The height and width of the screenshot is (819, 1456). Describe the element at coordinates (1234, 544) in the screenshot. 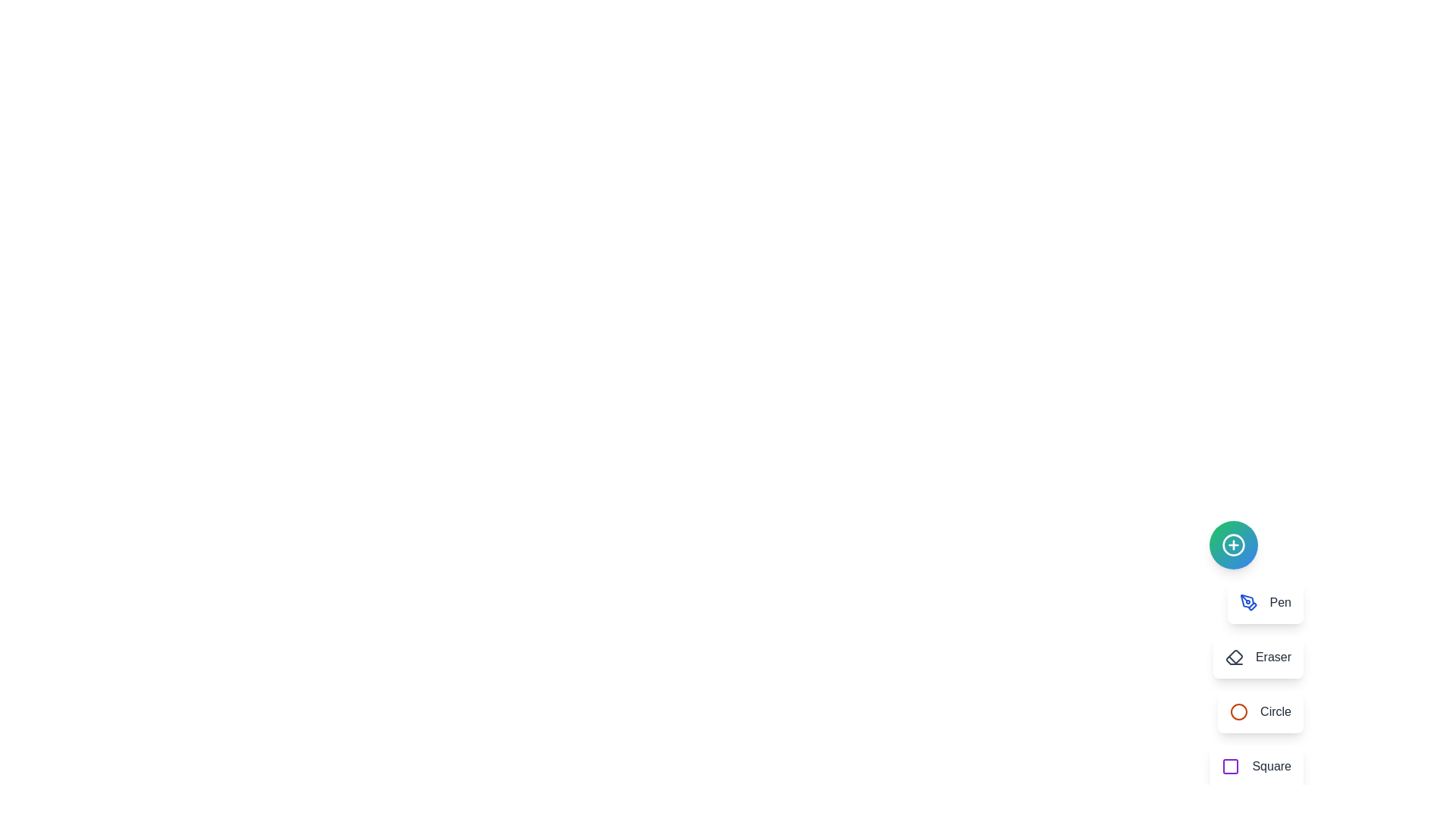

I see `the round button to toggle the visibility of the tool menu` at that location.